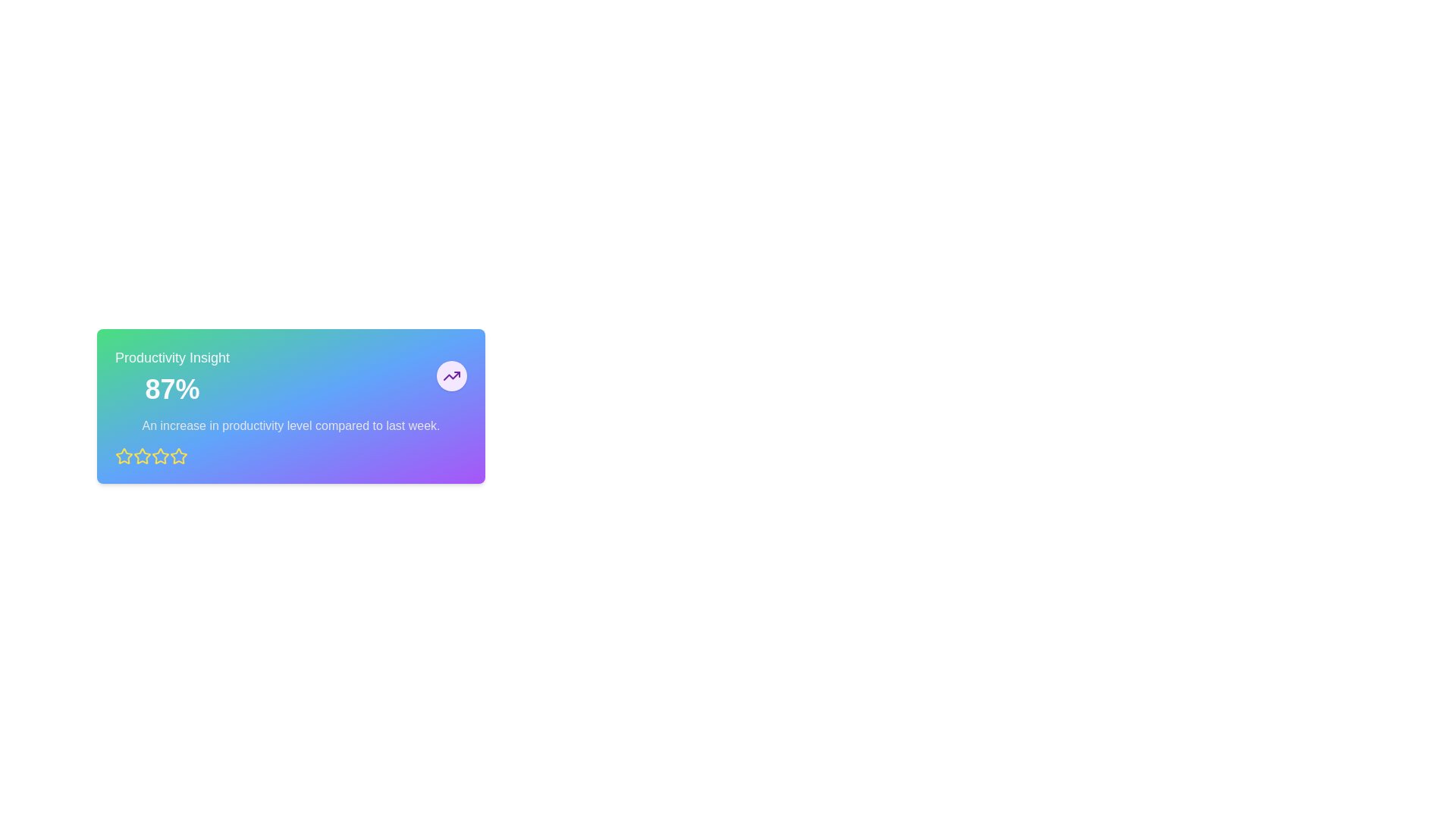 The image size is (1456, 819). Describe the element at coordinates (142, 455) in the screenshot. I see `the first star icon in a row of five, located at the bottom left of a card displaying productivity insights` at that location.